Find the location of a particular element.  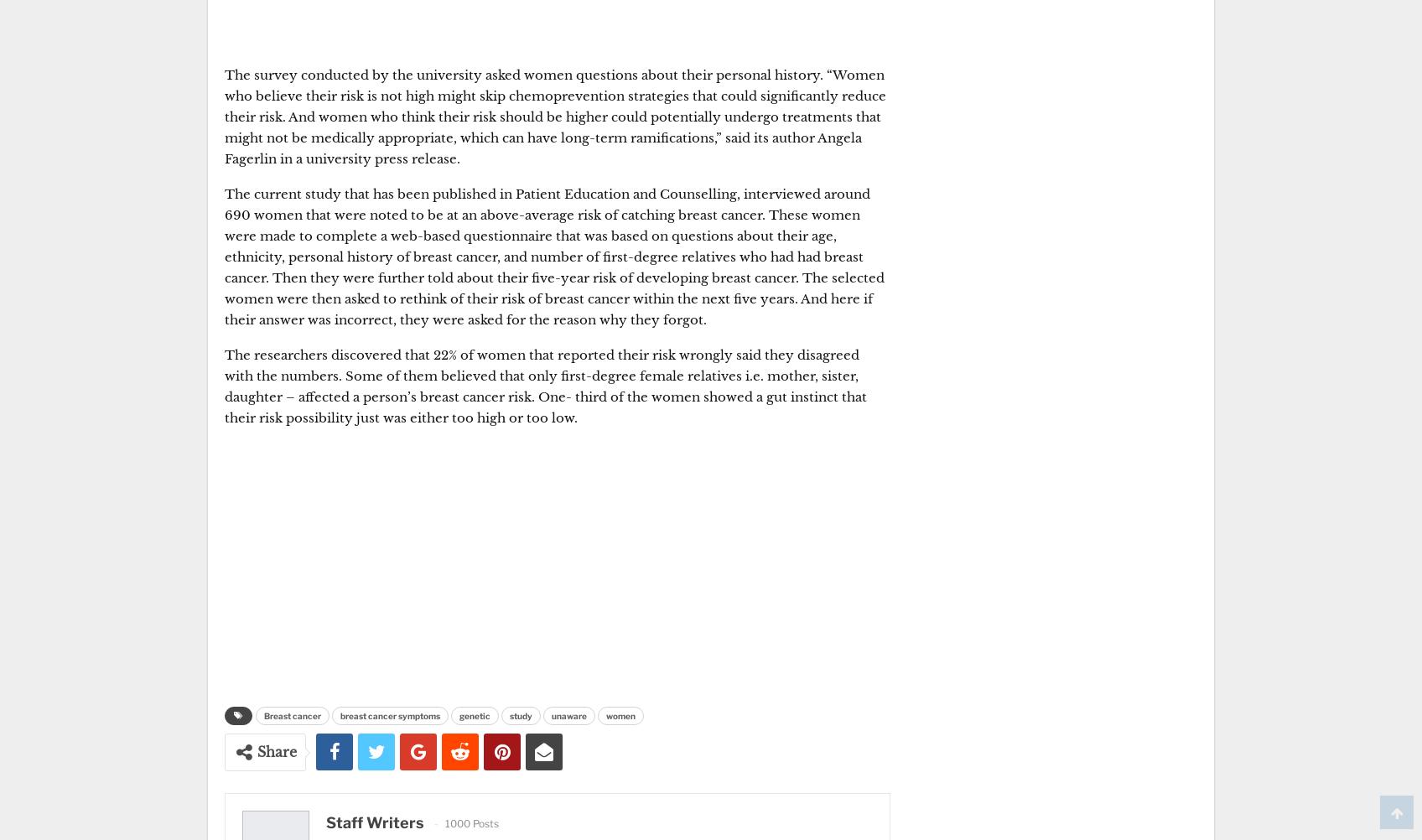

'genetic' is located at coordinates (458, 716).